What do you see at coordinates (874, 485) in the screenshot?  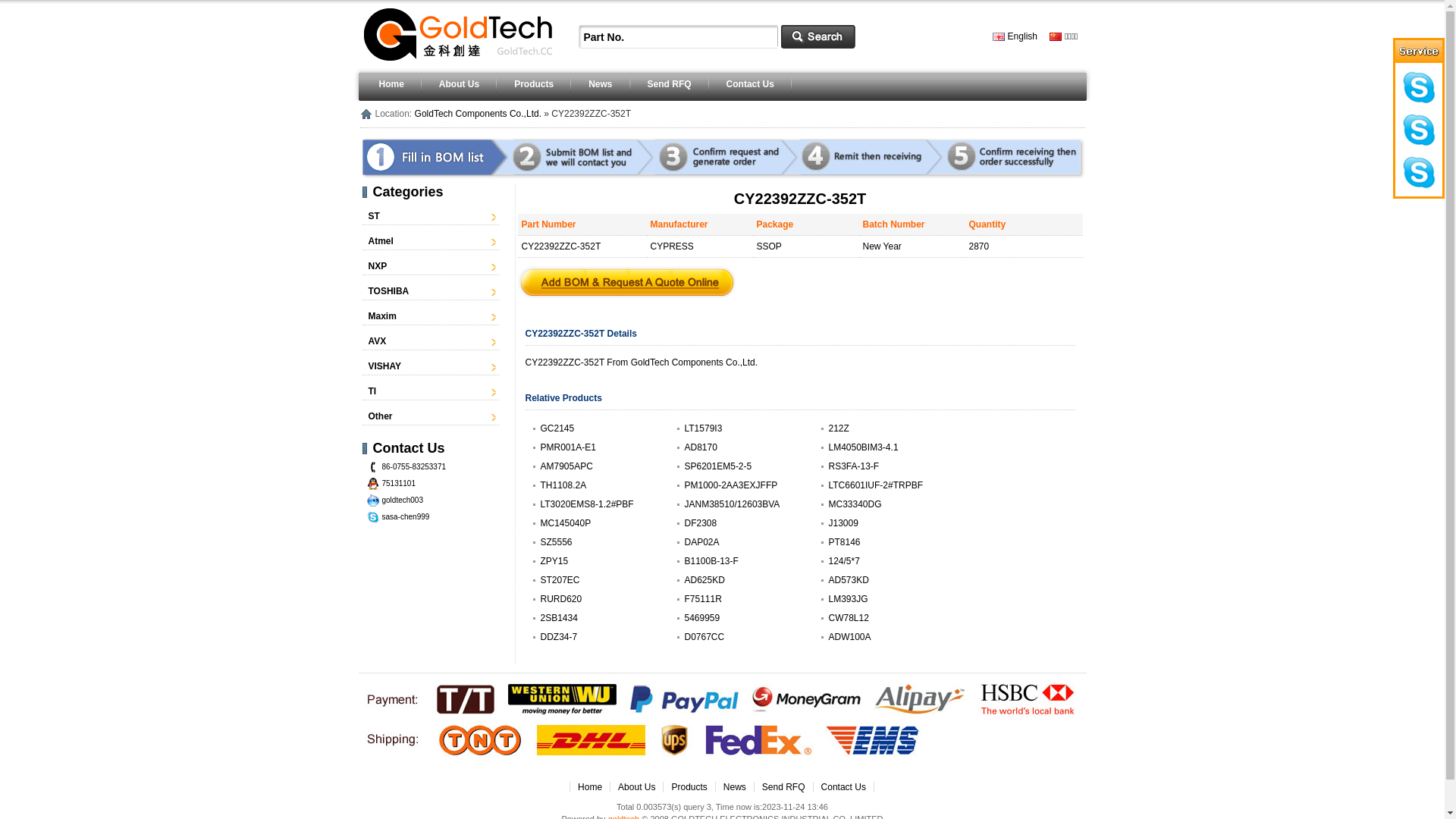 I see `'LTC6601IUF-2#TRPBF'` at bounding box center [874, 485].